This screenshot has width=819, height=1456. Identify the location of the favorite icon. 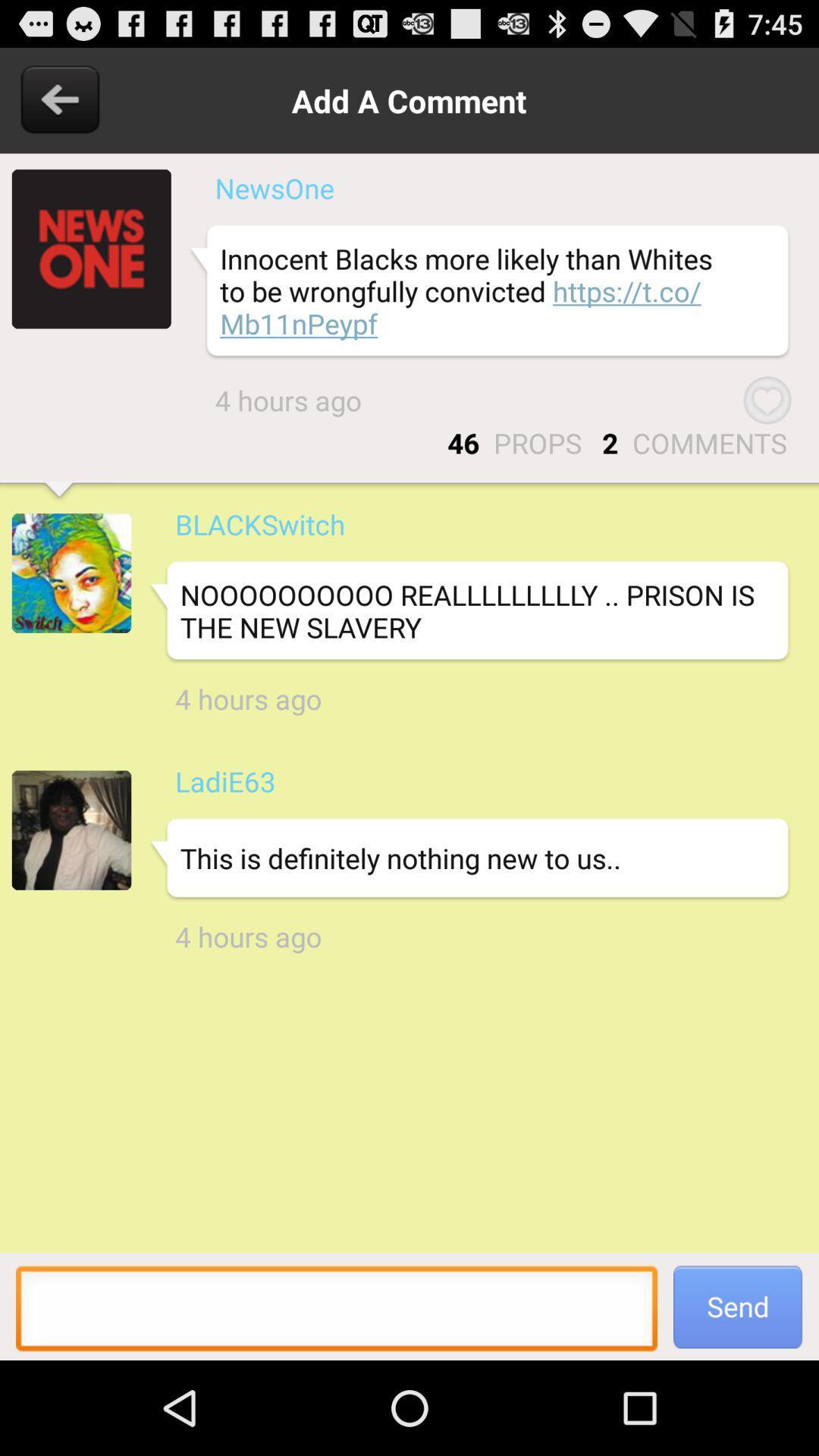
(767, 428).